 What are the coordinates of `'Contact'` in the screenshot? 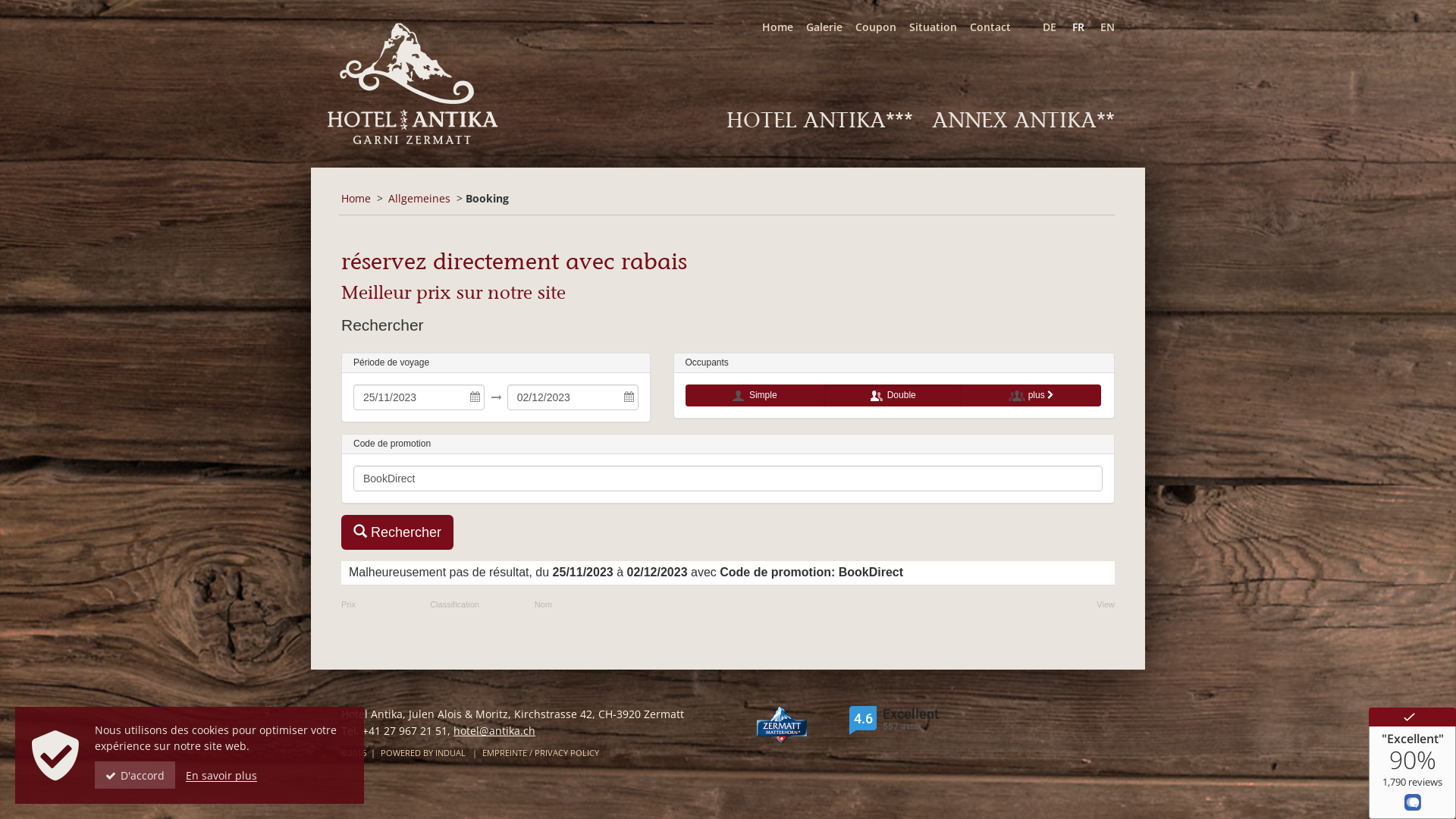 It's located at (984, 27).